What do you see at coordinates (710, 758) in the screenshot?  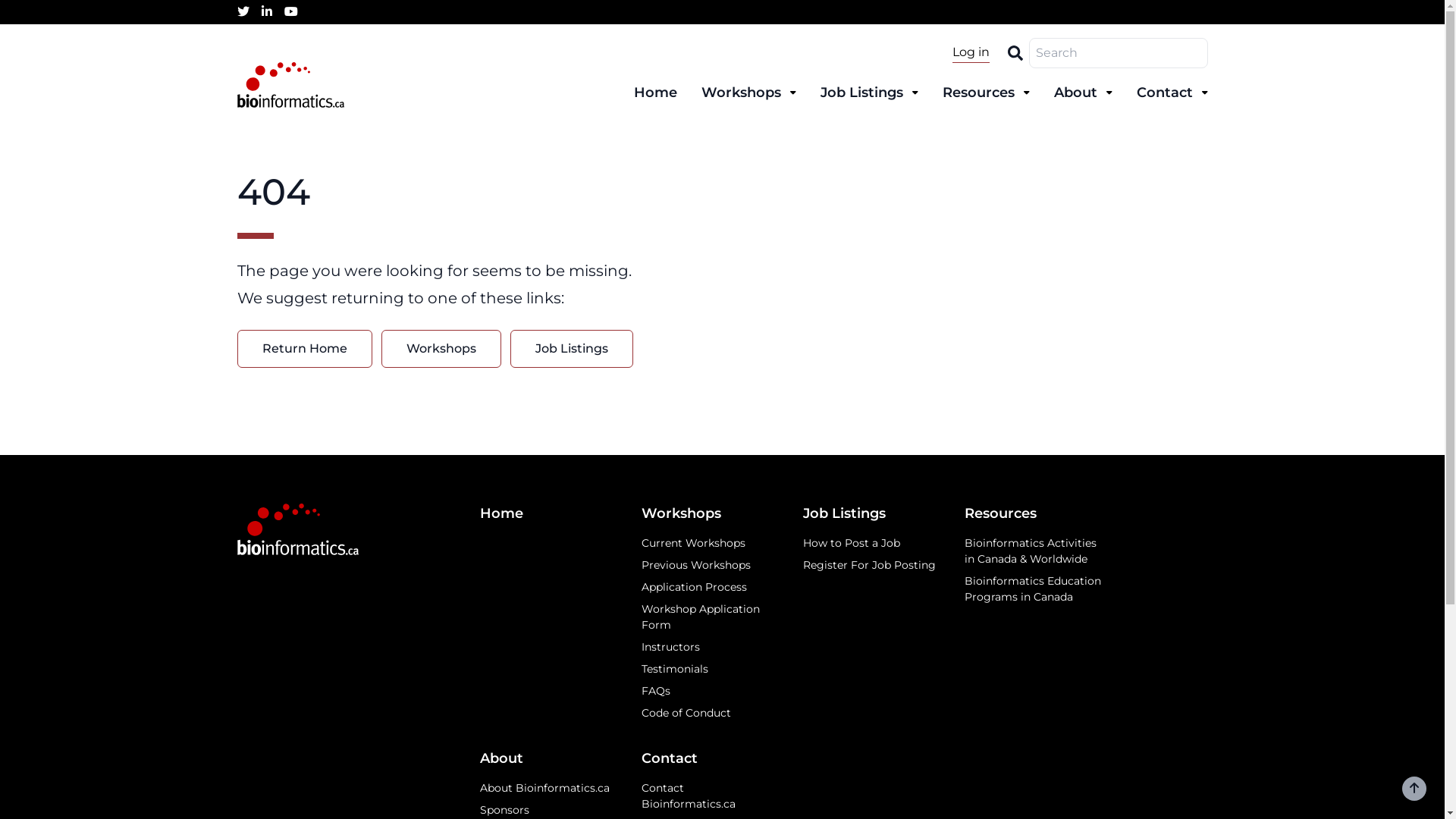 I see `'Contact'` at bounding box center [710, 758].